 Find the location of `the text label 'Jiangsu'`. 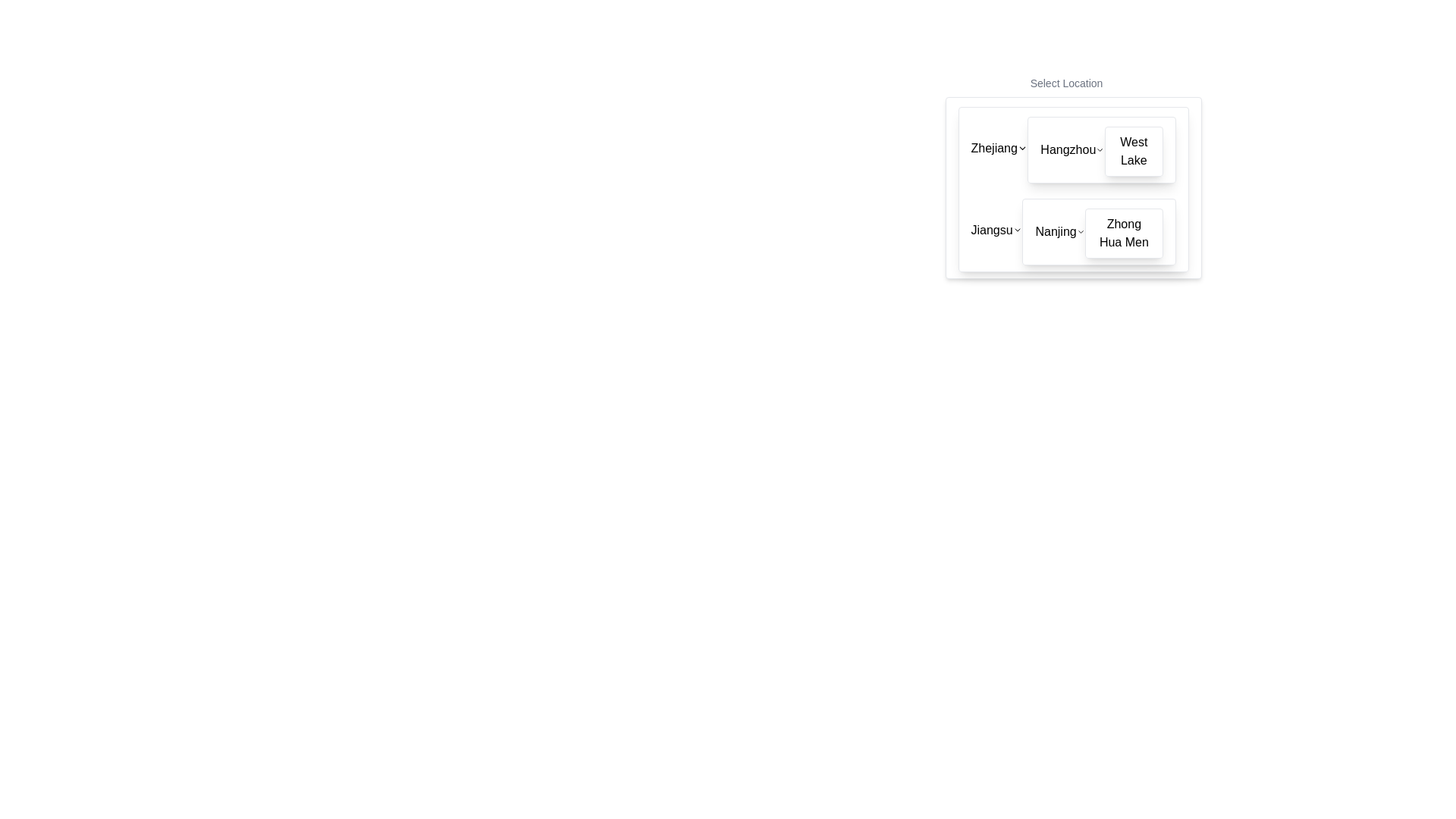

the text label 'Jiangsu' is located at coordinates (992, 231).